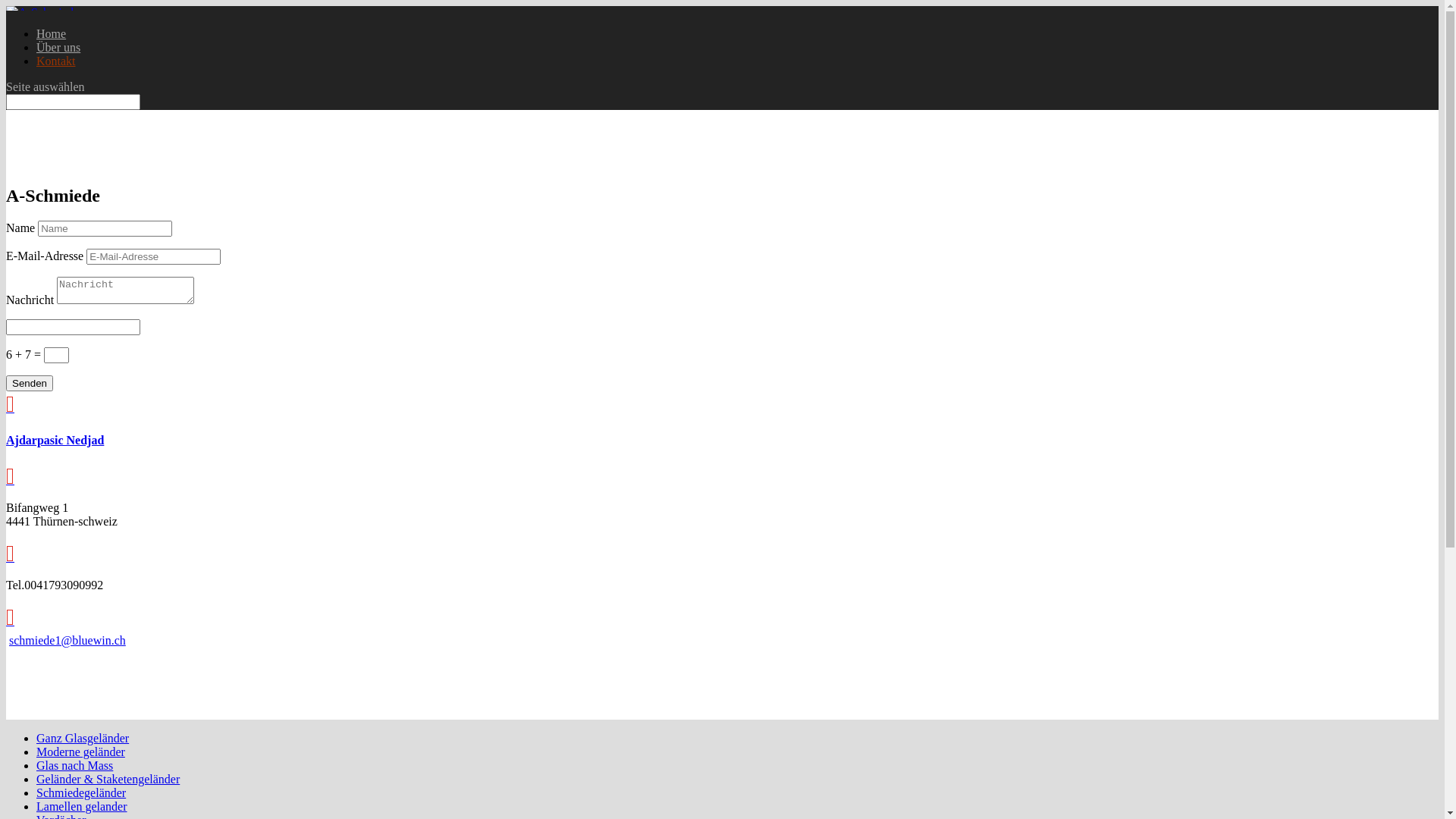 Image resolution: width=1456 pixels, height=819 pixels. I want to click on 'Home', so click(51, 33).